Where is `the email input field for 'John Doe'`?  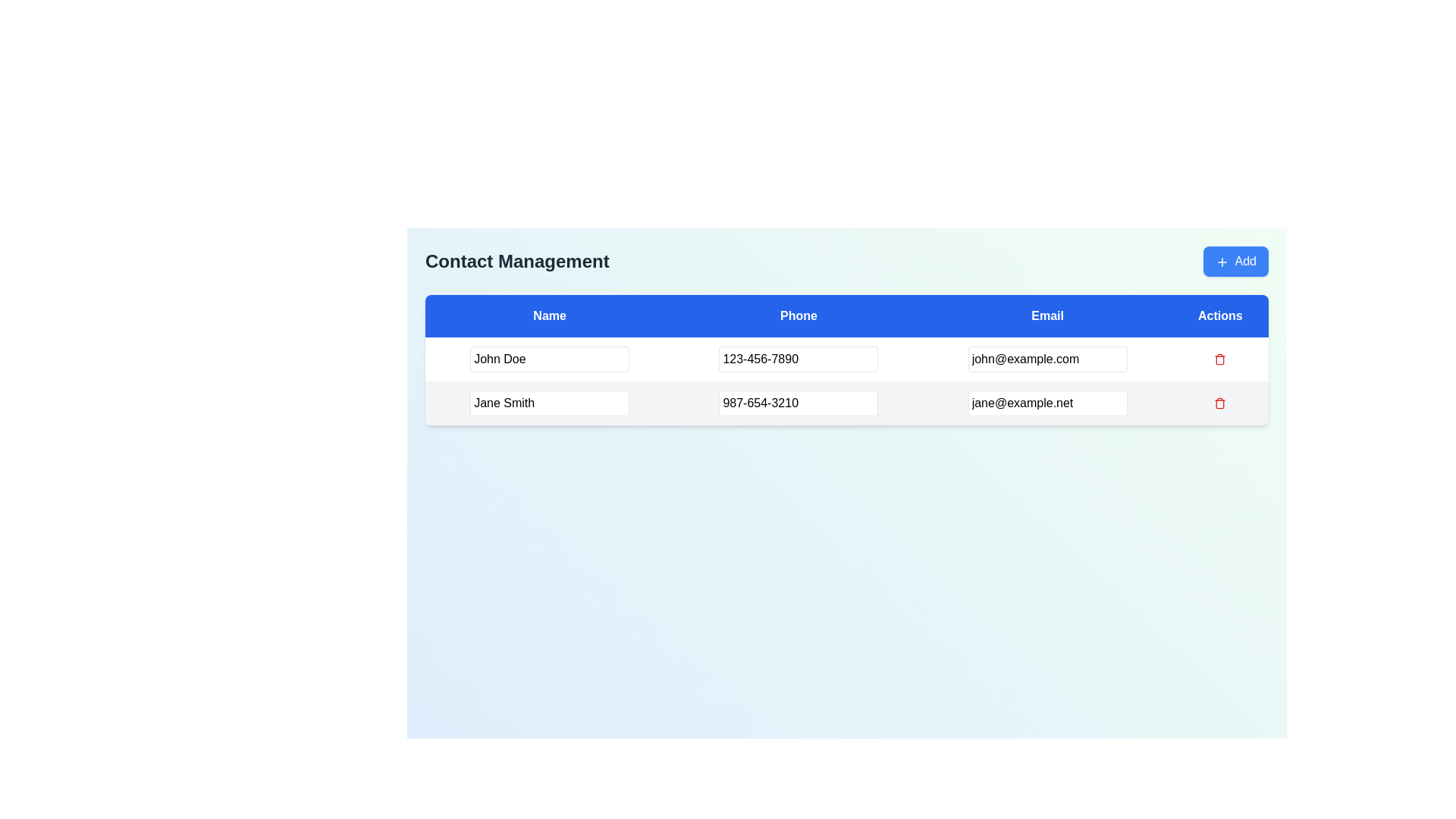 the email input field for 'John Doe' is located at coordinates (1046, 359).